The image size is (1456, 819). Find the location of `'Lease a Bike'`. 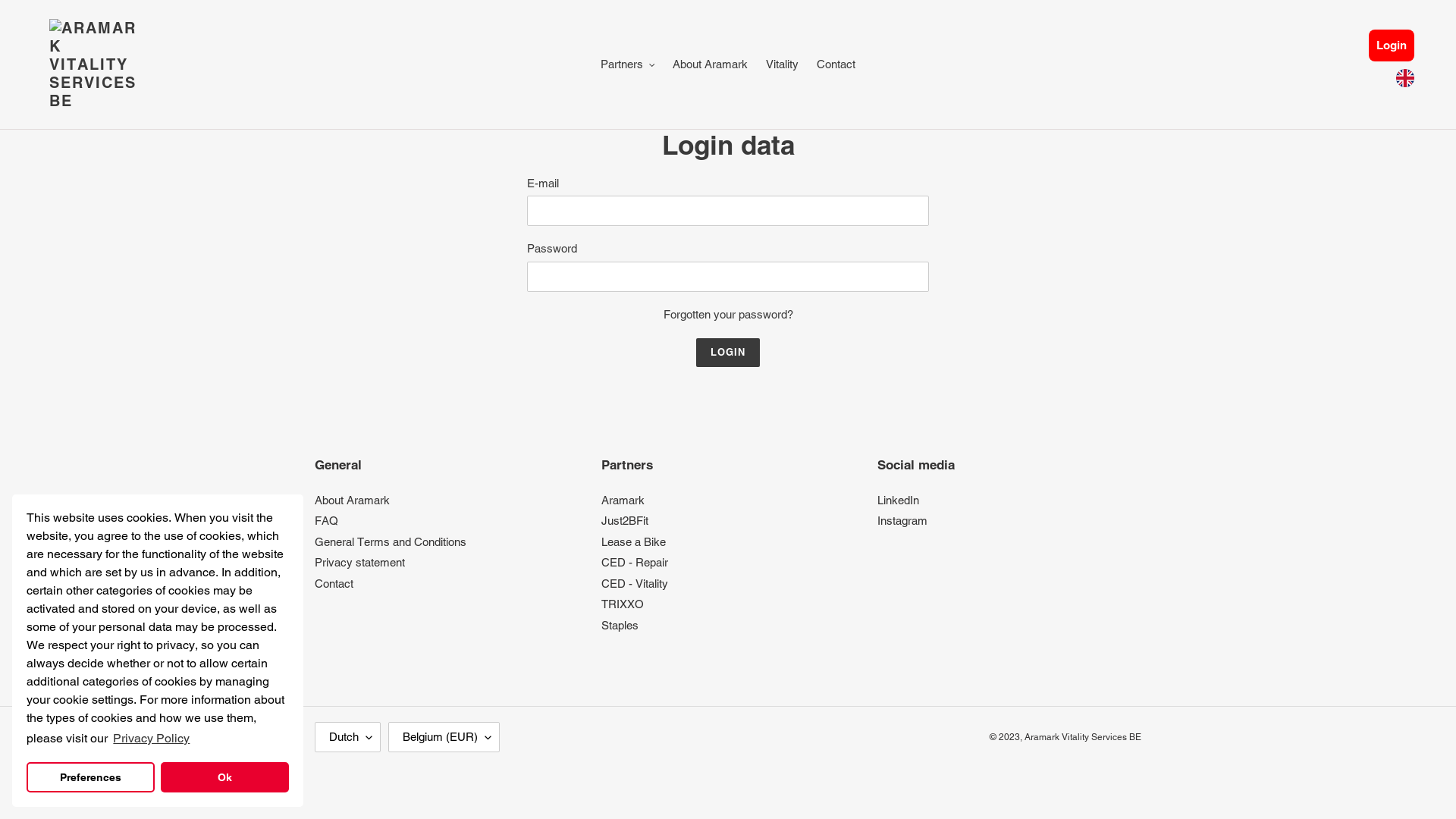

'Lease a Bike' is located at coordinates (633, 541).